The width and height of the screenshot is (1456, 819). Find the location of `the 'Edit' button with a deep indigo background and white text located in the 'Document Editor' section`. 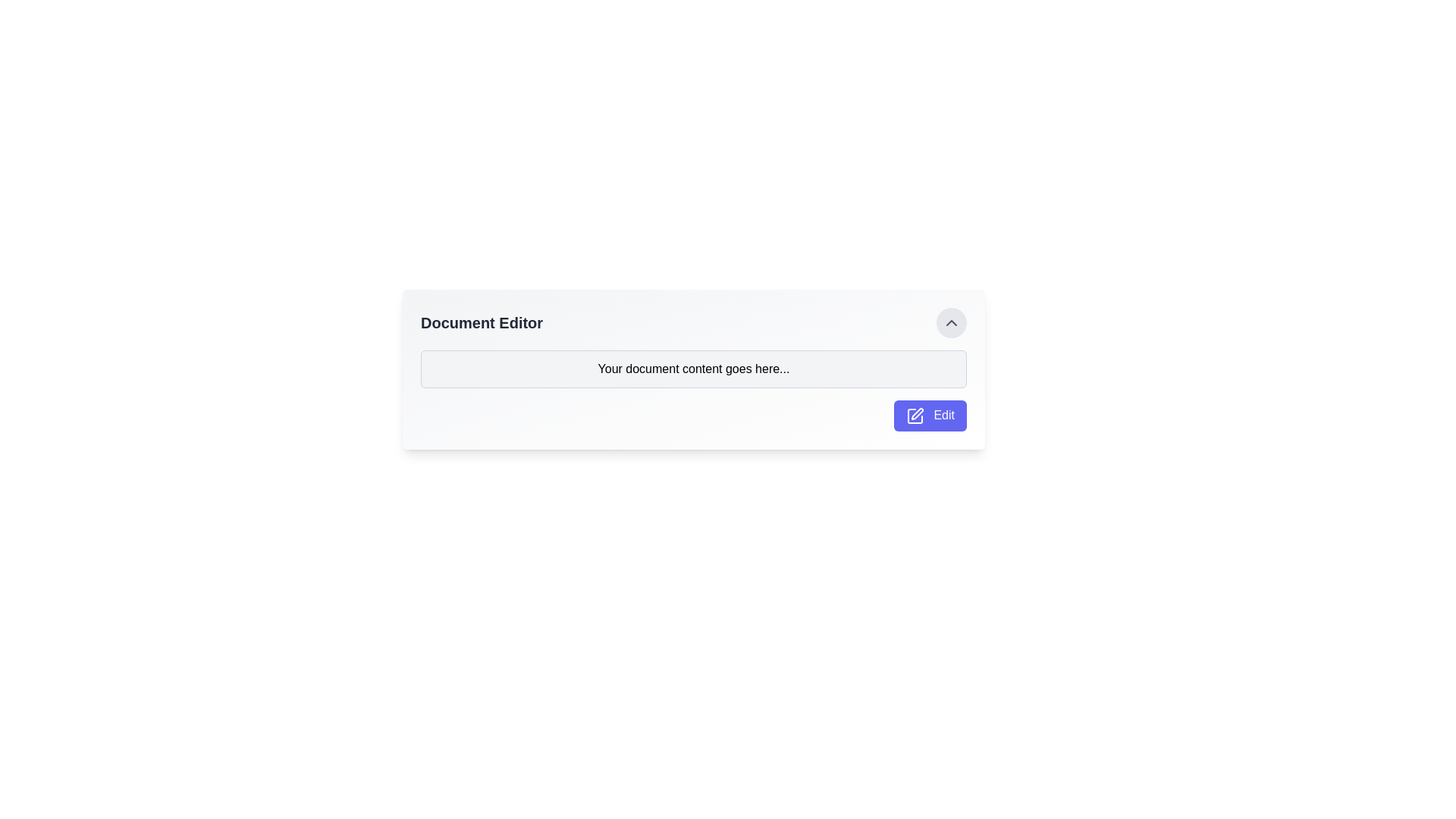

the 'Edit' button with a deep indigo background and white text located in the 'Document Editor' section is located at coordinates (930, 416).